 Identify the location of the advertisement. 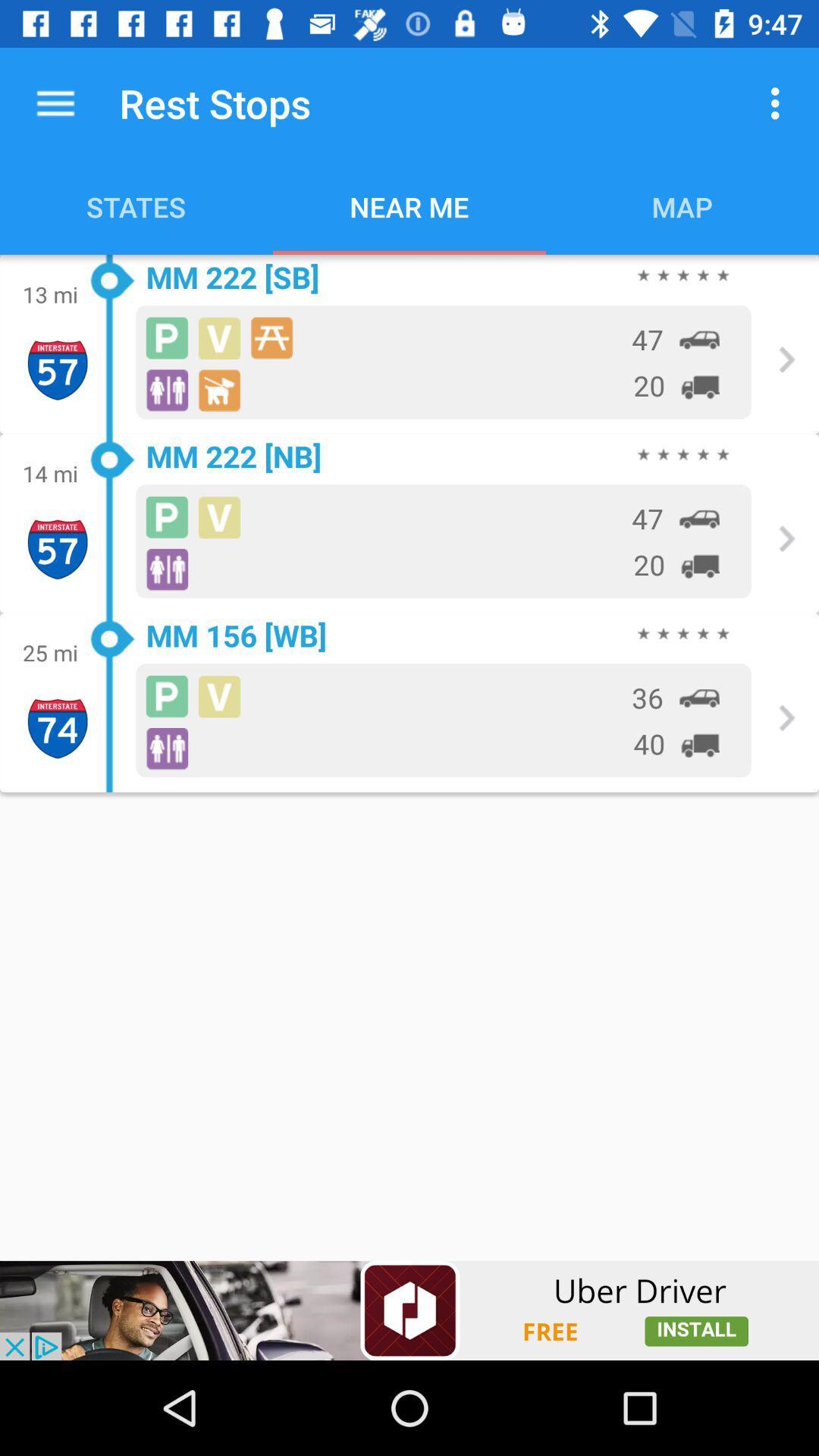
(409, 1310).